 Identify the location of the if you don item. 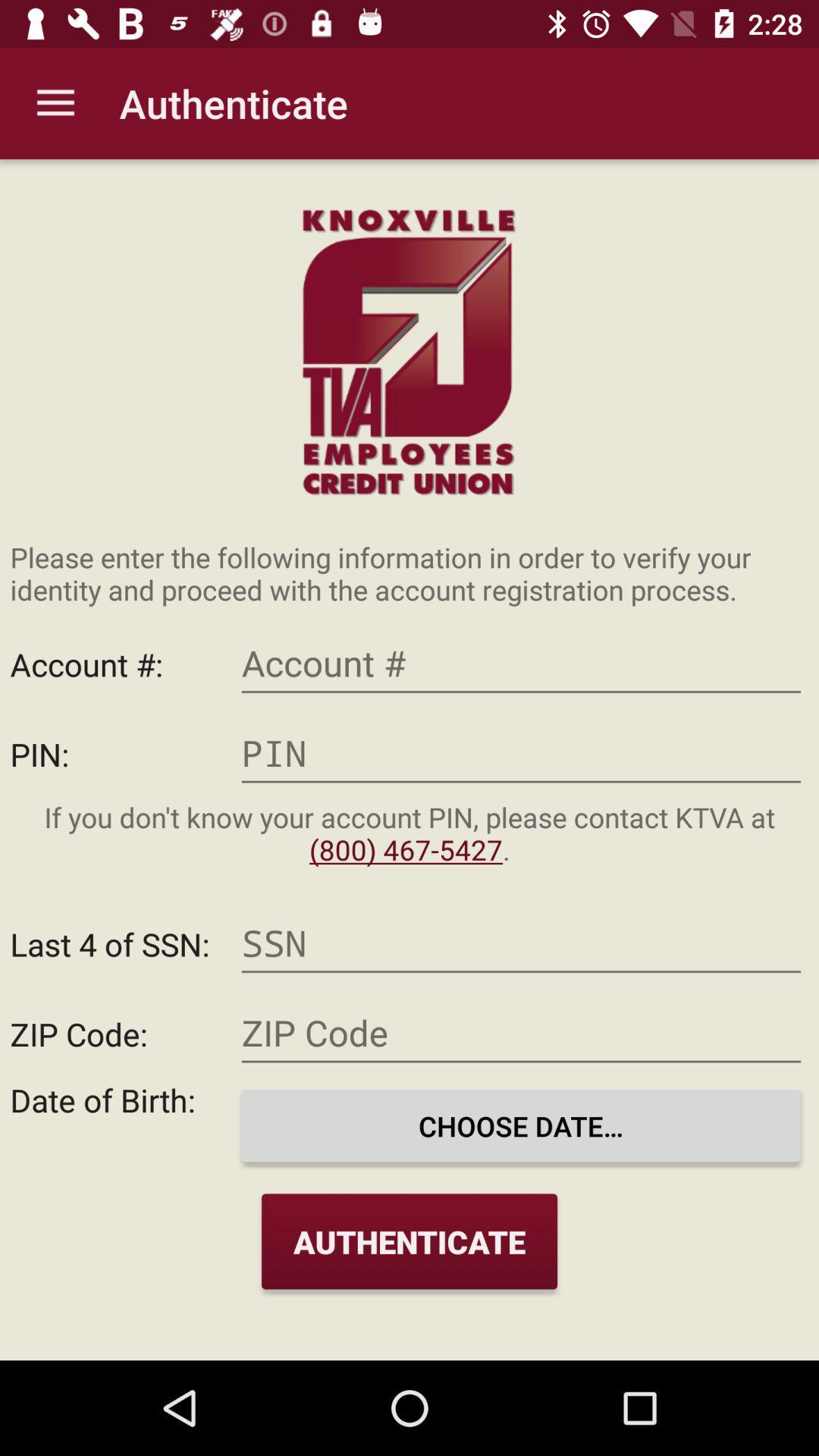
(409, 833).